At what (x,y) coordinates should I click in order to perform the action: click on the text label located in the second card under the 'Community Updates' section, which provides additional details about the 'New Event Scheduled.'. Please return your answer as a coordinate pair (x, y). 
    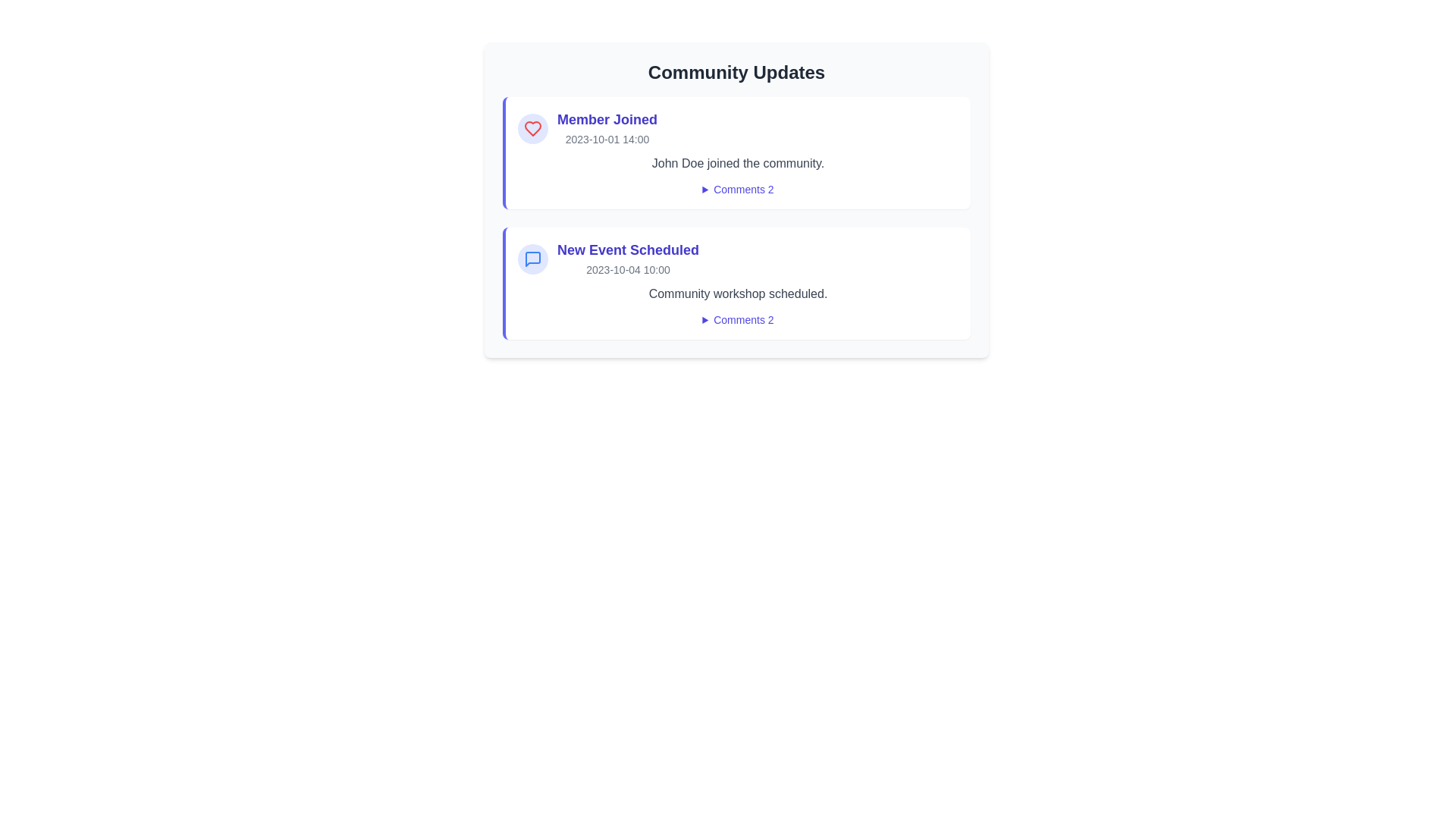
    Looking at the image, I should click on (738, 294).